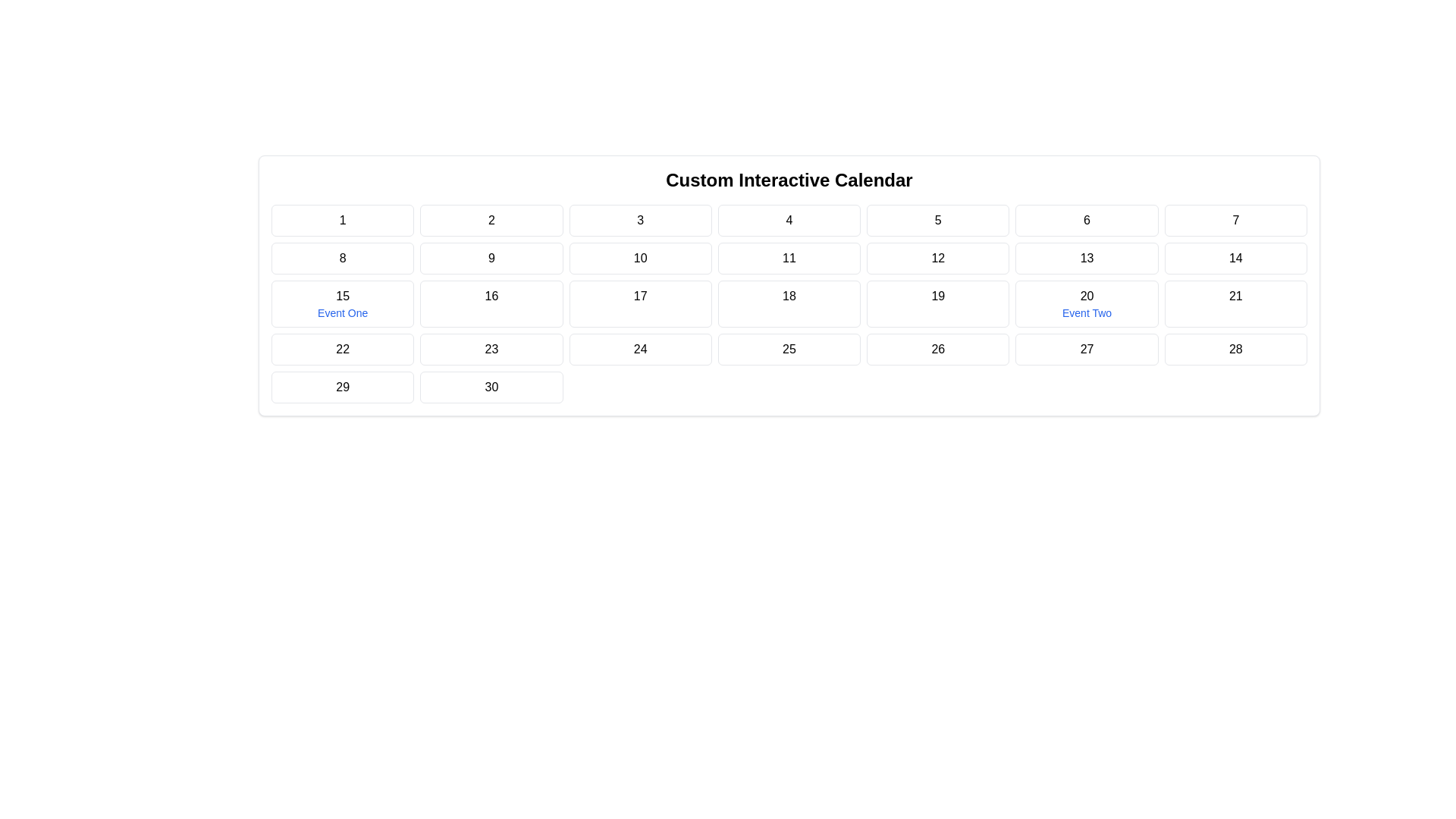  Describe the element at coordinates (1086, 220) in the screenshot. I see `the label displaying the number '6', which is the sixth cell in the first row of a grid layout` at that location.